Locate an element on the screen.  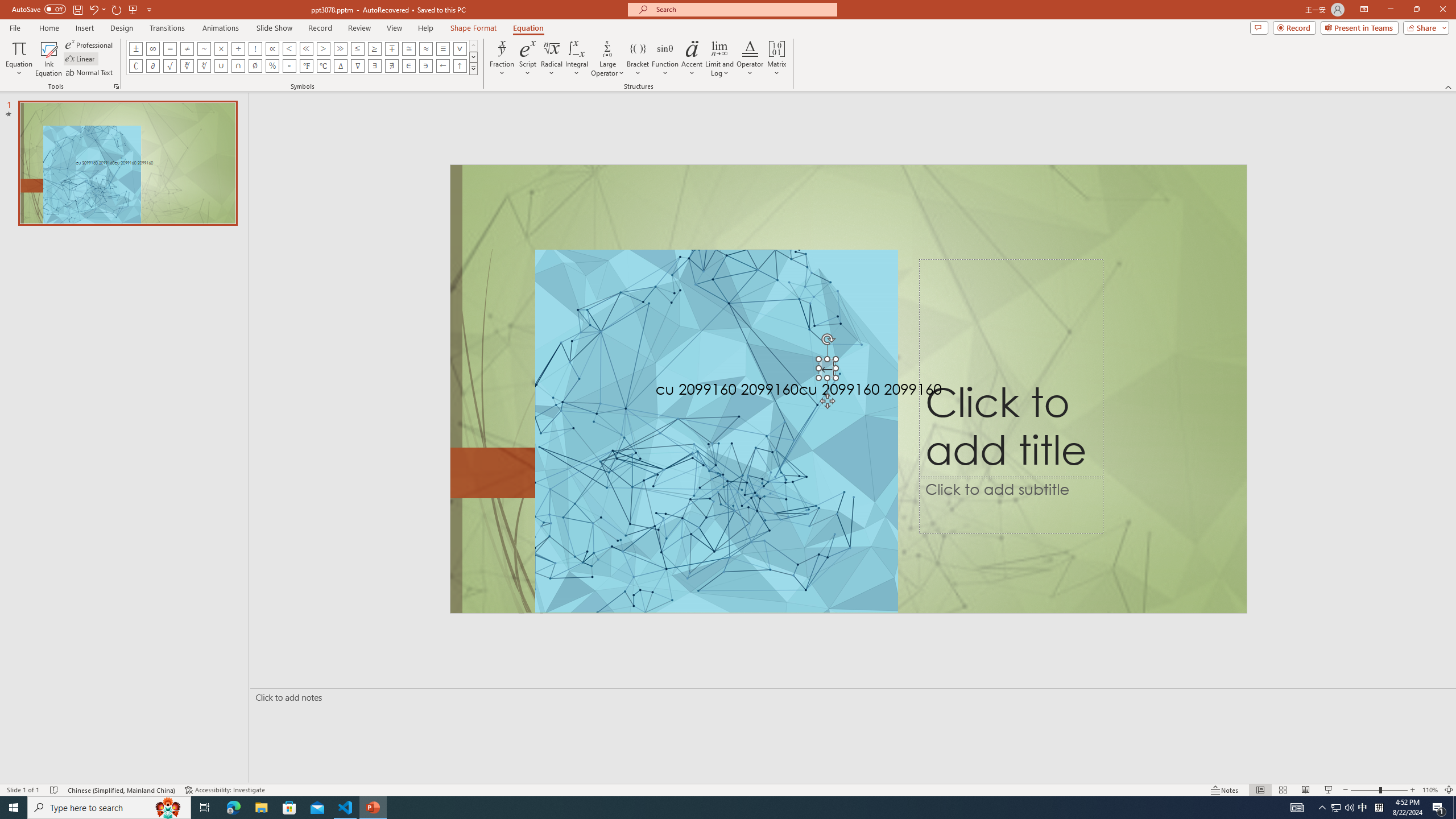
'AutomationID: EquationSymbolsInsertGallery' is located at coordinates (301, 57).